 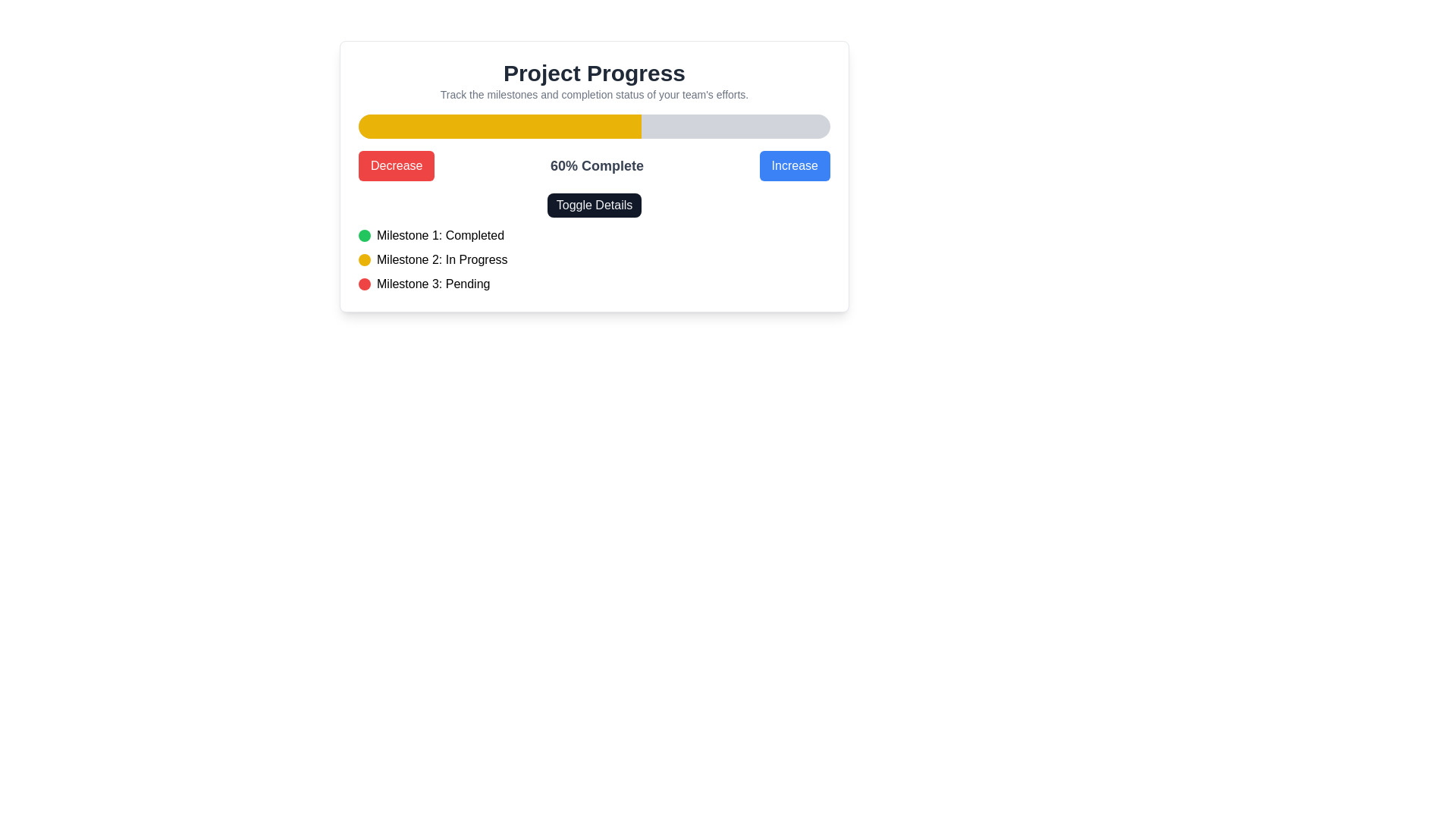 What do you see at coordinates (593, 73) in the screenshot?
I see `heading text 'Project Progress' located at the top of the content area, which is displayed in a bold and large font size, with a dark gray color` at bounding box center [593, 73].